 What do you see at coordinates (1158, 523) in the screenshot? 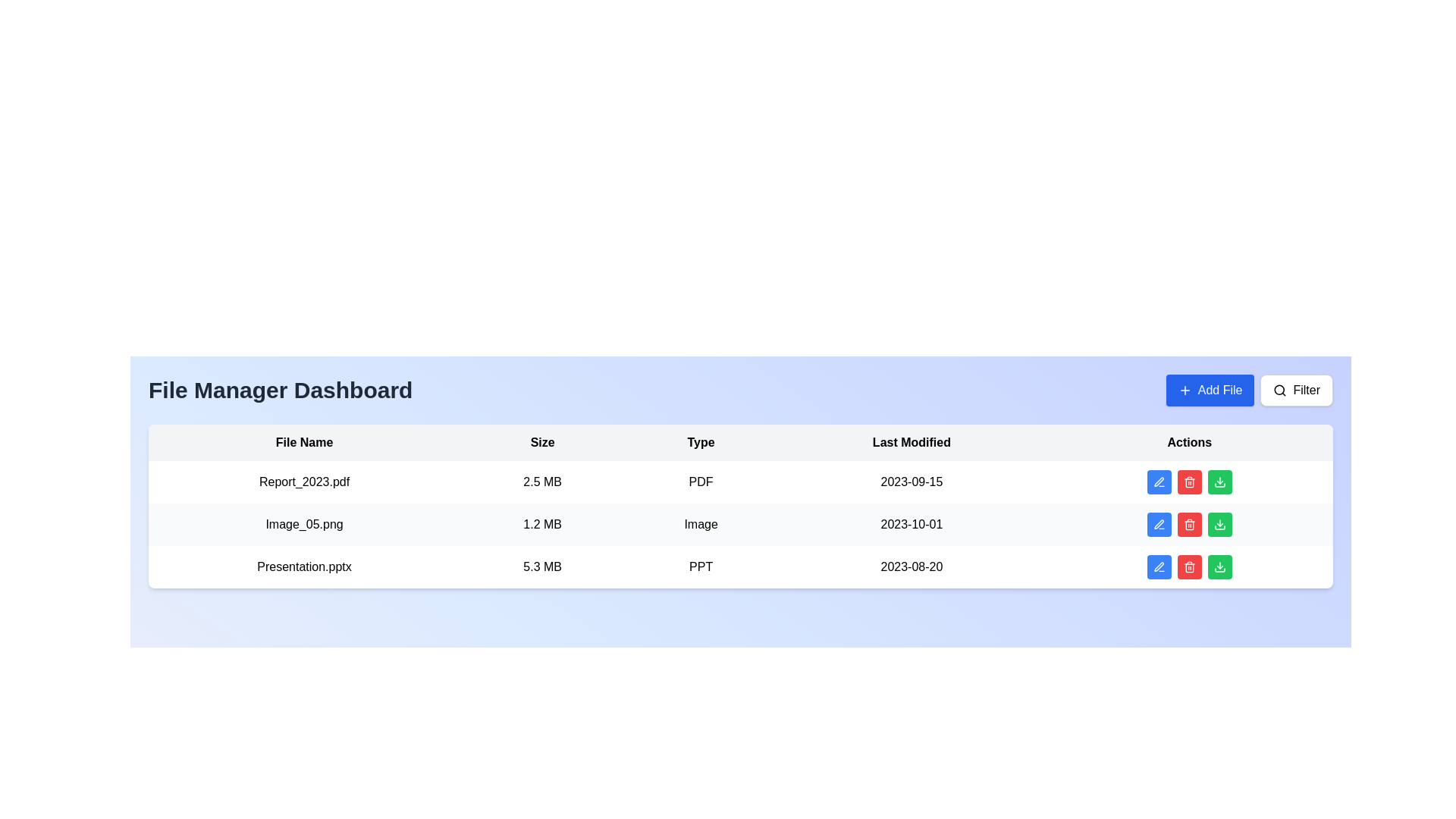
I see `the pen icon located inside the blue action button, which is the first button in the row of action buttons corresponding to a file entry in the file manager table` at bounding box center [1158, 523].